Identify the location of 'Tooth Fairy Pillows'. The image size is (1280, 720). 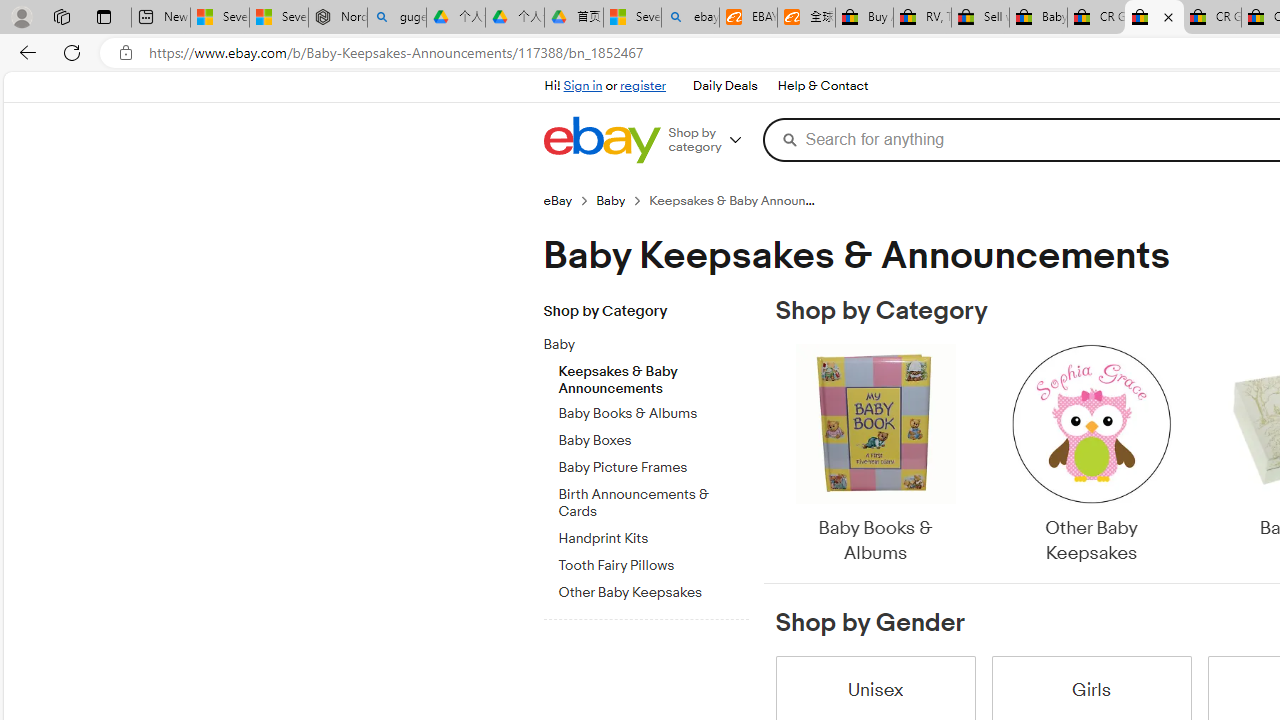
(653, 566).